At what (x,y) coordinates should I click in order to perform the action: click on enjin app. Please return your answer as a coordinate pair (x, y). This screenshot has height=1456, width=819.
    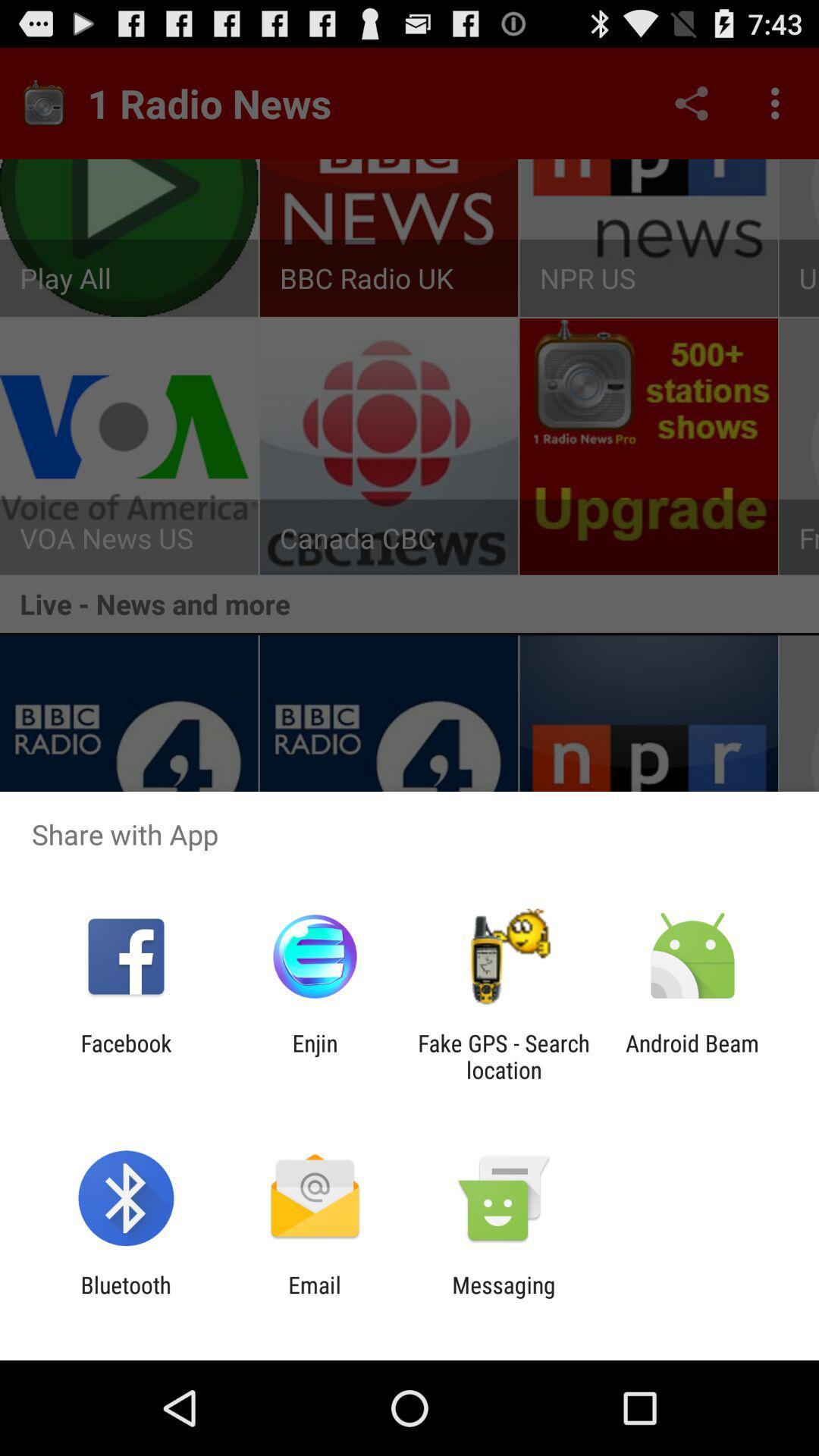
    Looking at the image, I should click on (314, 1056).